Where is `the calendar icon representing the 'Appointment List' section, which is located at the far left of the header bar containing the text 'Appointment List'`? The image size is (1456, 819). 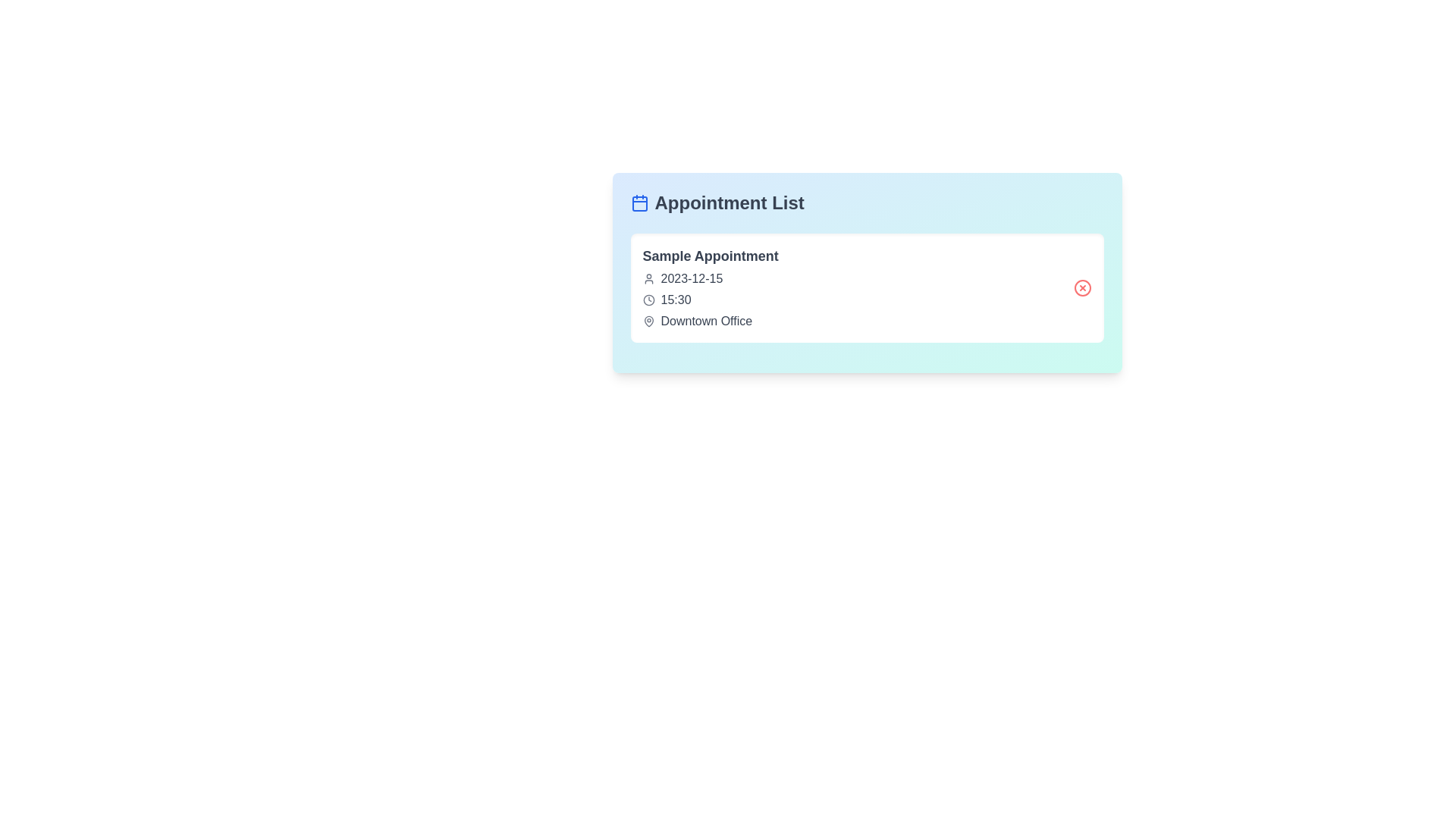 the calendar icon representing the 'Appointment List' section, which is located at the far left of the header bar containing the text 'Appointment List' is located at coordinates (639, 202).